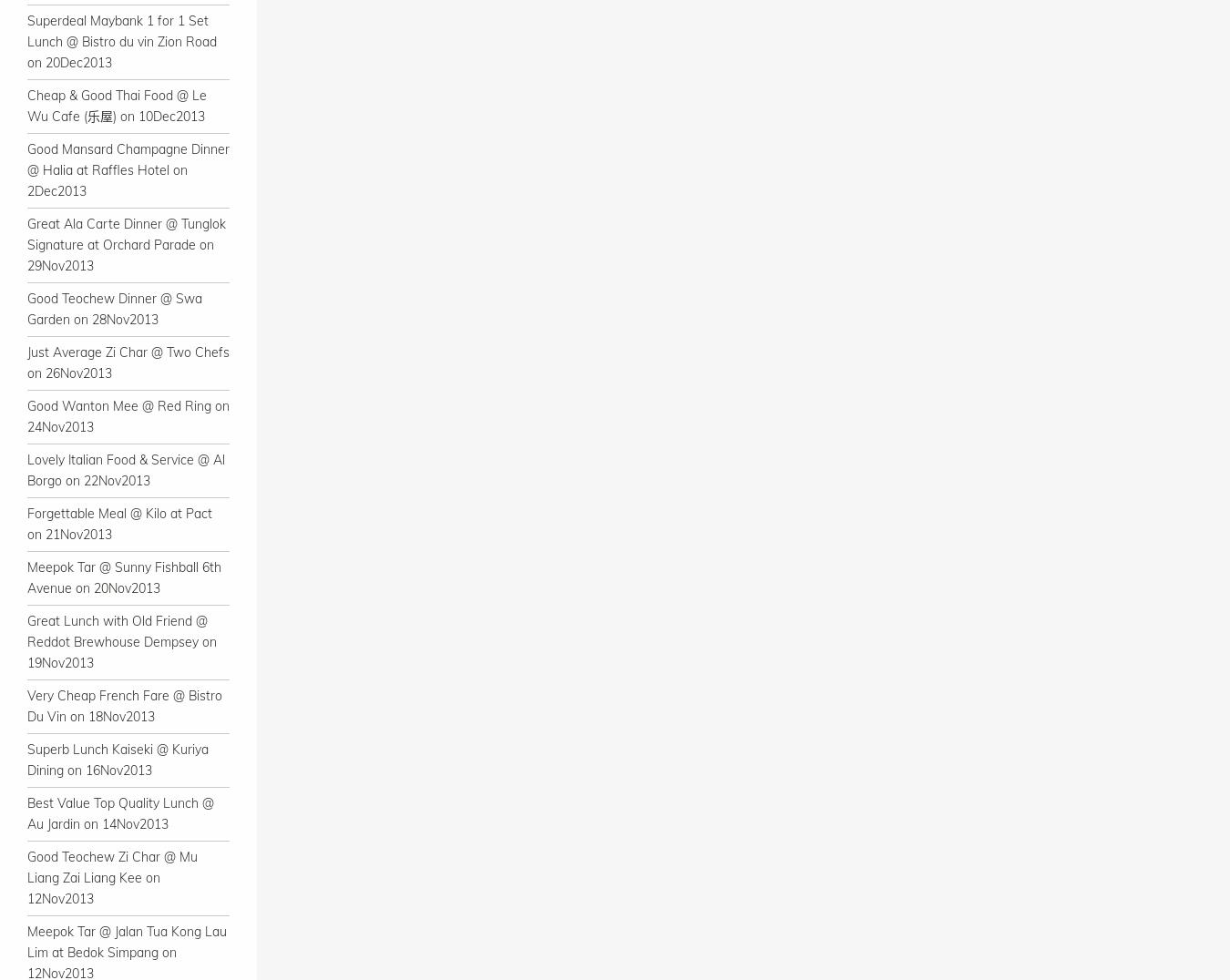 The image size is (1230, 980). What do you see at coordinates (122, 641) in the screenshot?
I see `'Great Lunch with Old Friend @ Reddot Brewhouse Dempsey on 19Nov2013'` at bounding box center [122, 641].